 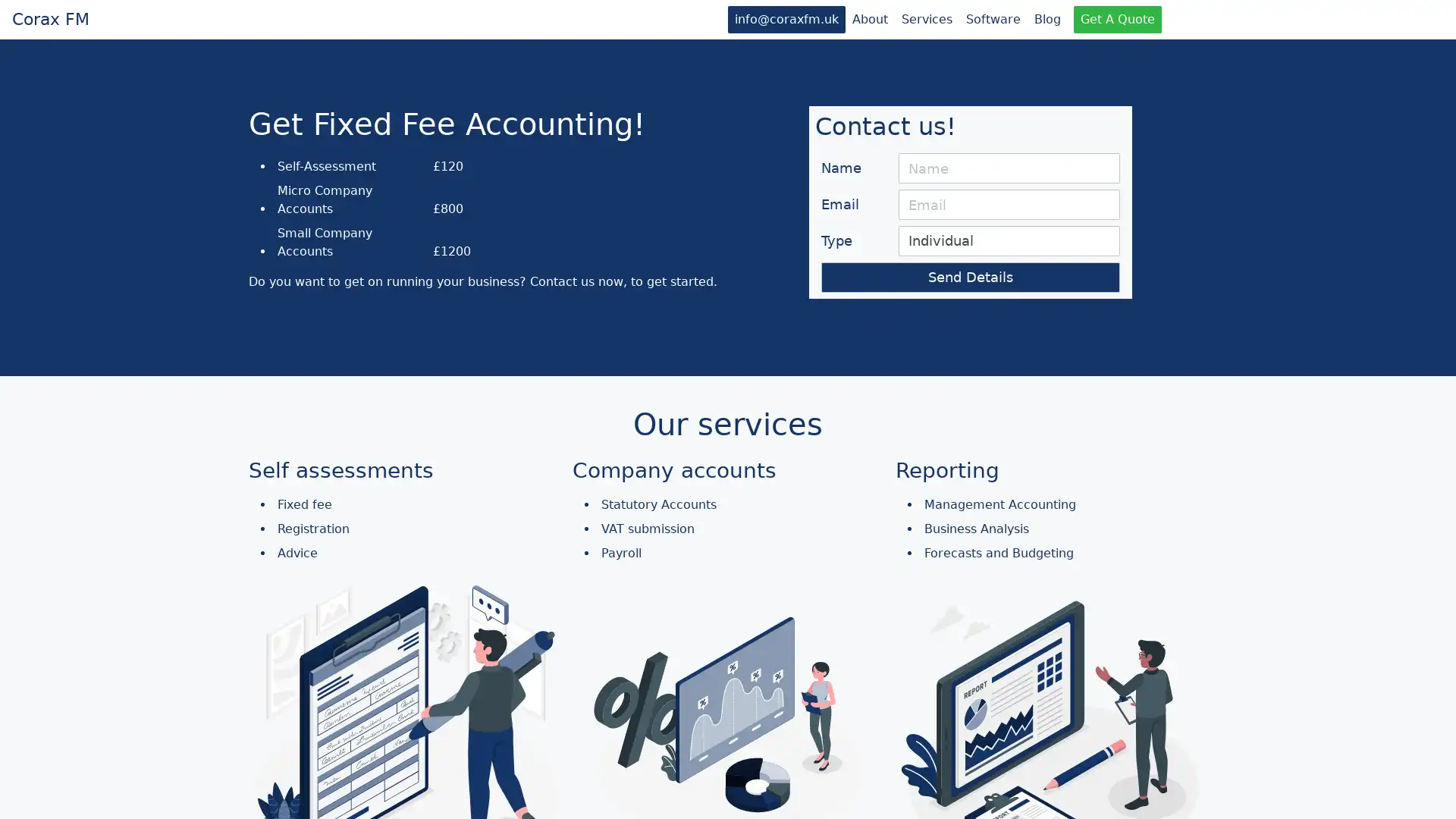 I want to click on Send Details, so click(x=969, y=278).